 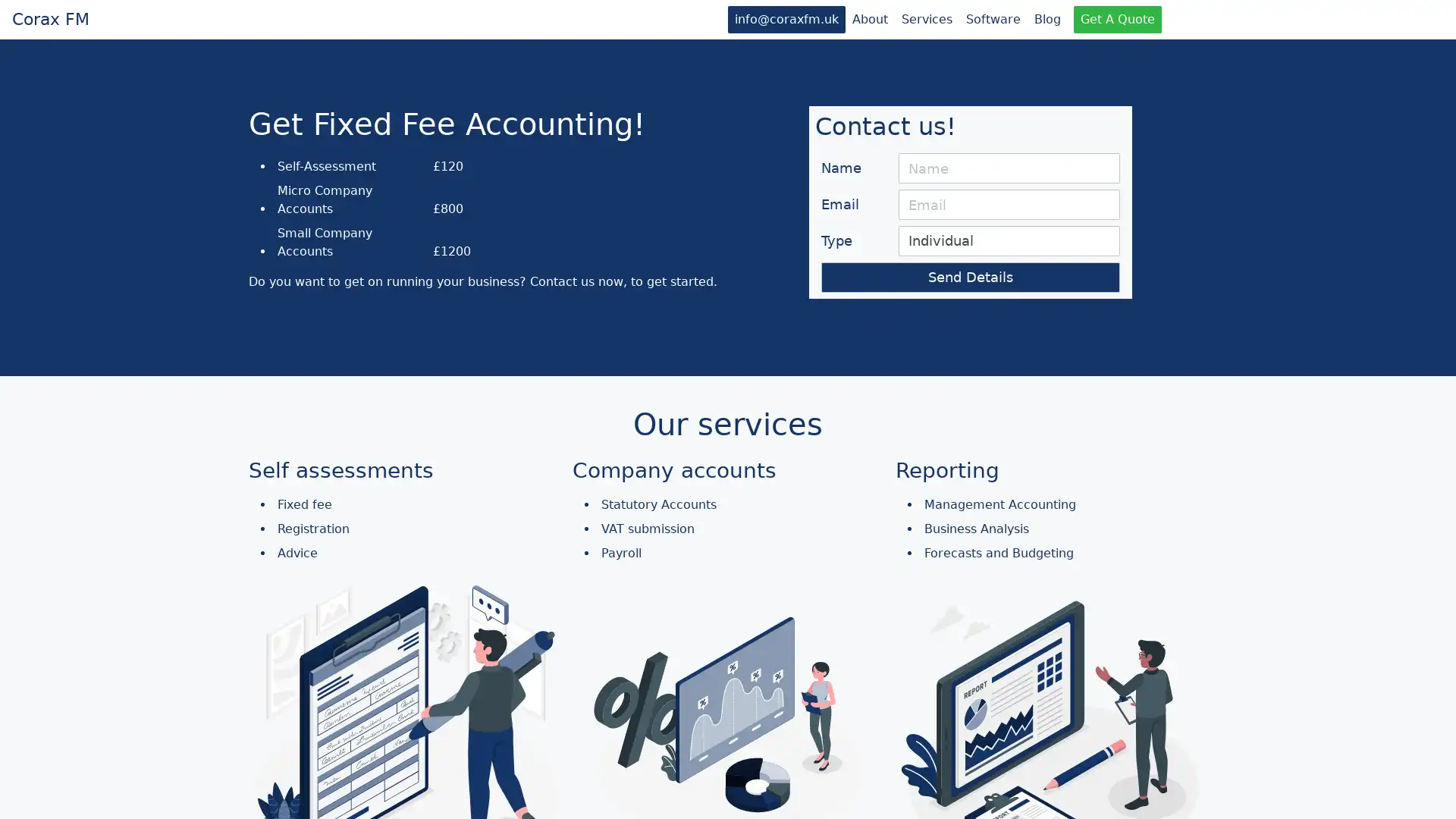 I want to click on Send Details, so click(x=969, y=278).